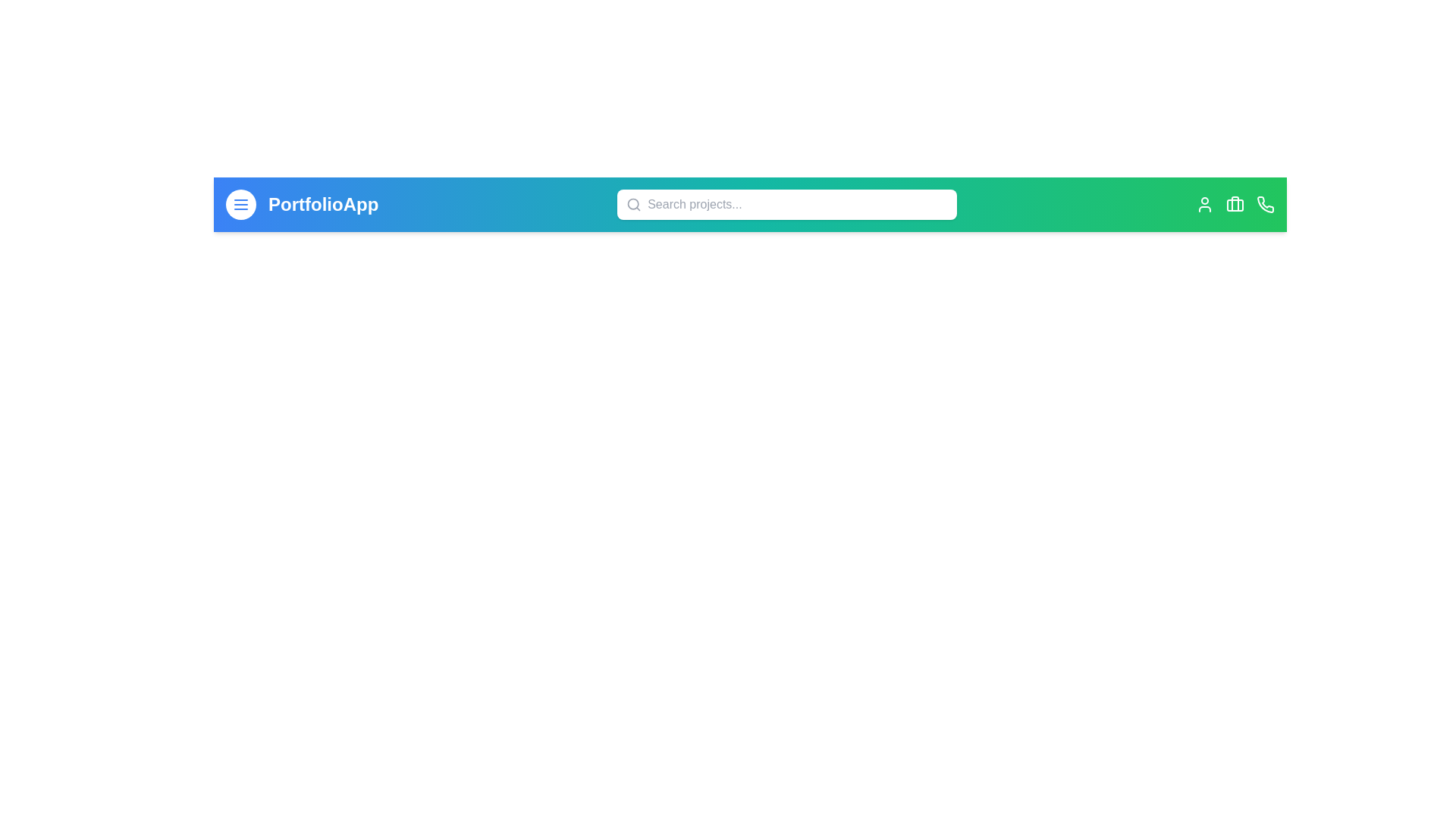  What do you see at coordinates (1235, 205) in the screenshot?
I see `the briefcase icon in the app bar` at bounding box center [1235, 205].